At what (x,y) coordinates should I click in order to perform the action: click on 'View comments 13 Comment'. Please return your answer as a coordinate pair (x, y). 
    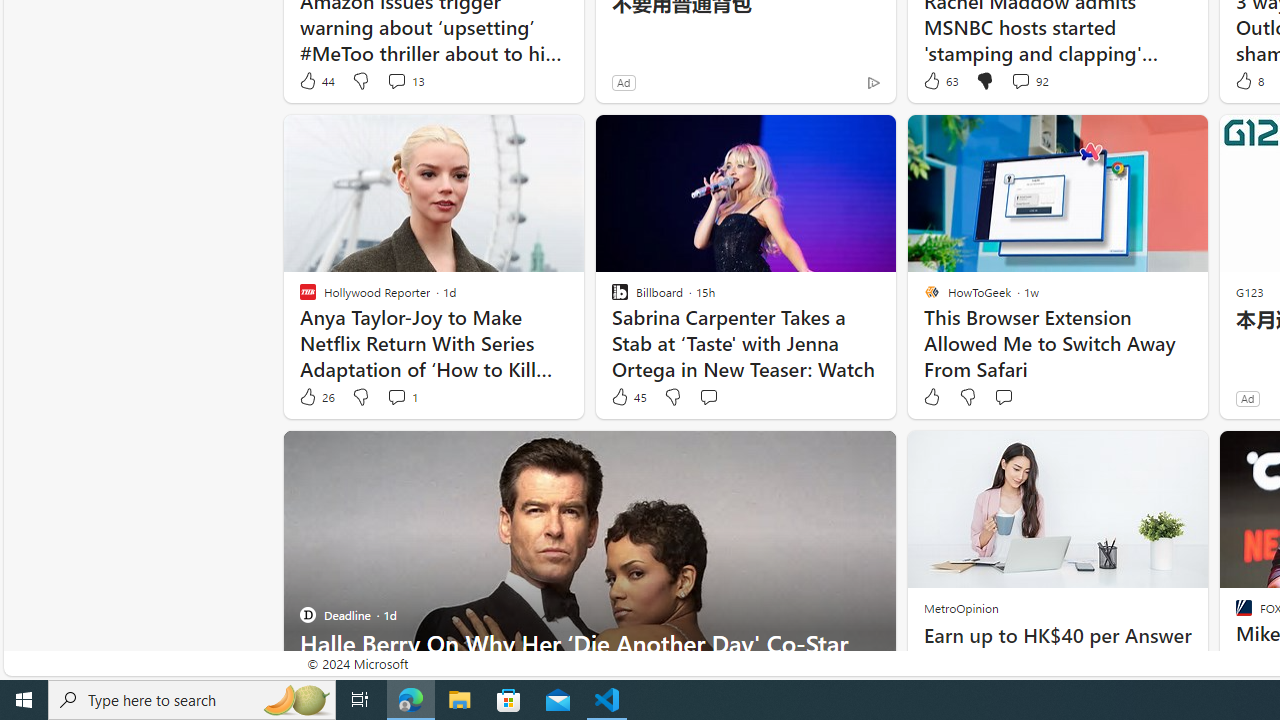
    Looking at the image, I should click on (396, 80).